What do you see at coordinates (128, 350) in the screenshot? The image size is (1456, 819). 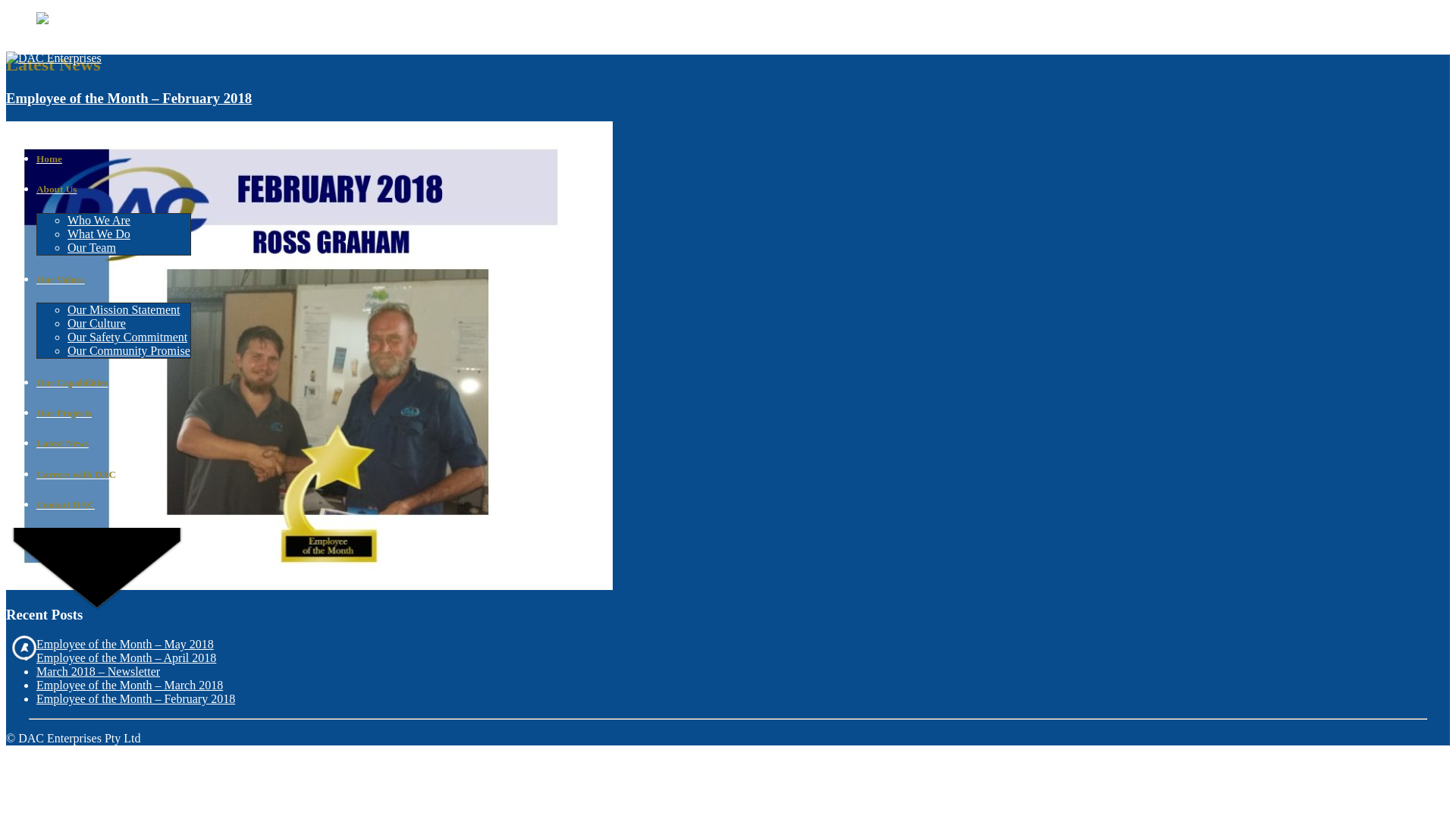 I see `'Our Community Promise'` at bounding box center [128, 350].